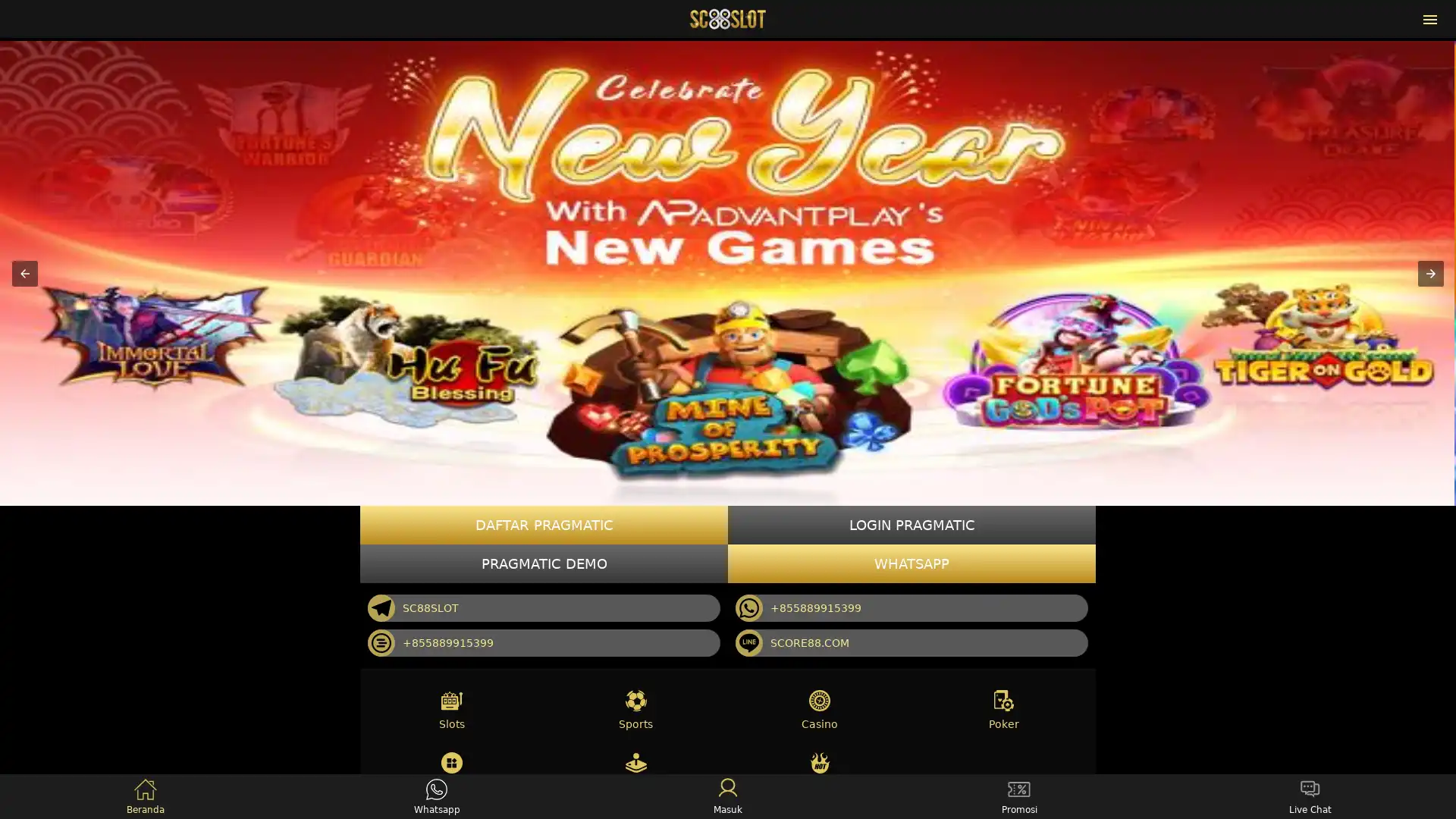 The width and height of the screenshot is (1456, 819). I want to click on Previous item in carousel (2 of 3), so click(25, 271).